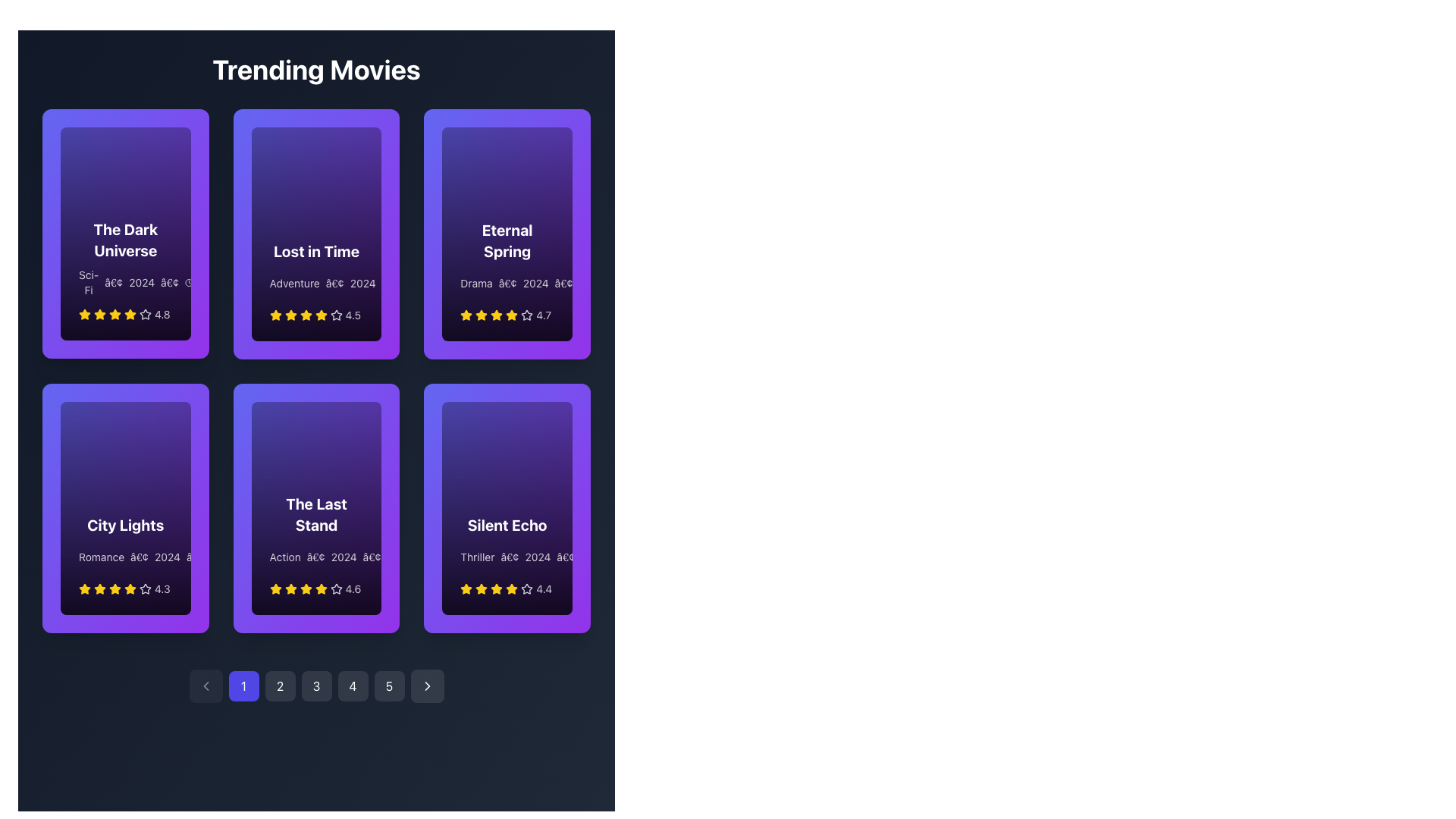  Describe the element at coordinates (294, 283) in the screenshot. I see `the static text label that indicates the genre of the movie, positioned beneath the 'Lost in Time' card and before the bullet and year '2024'` at that location.